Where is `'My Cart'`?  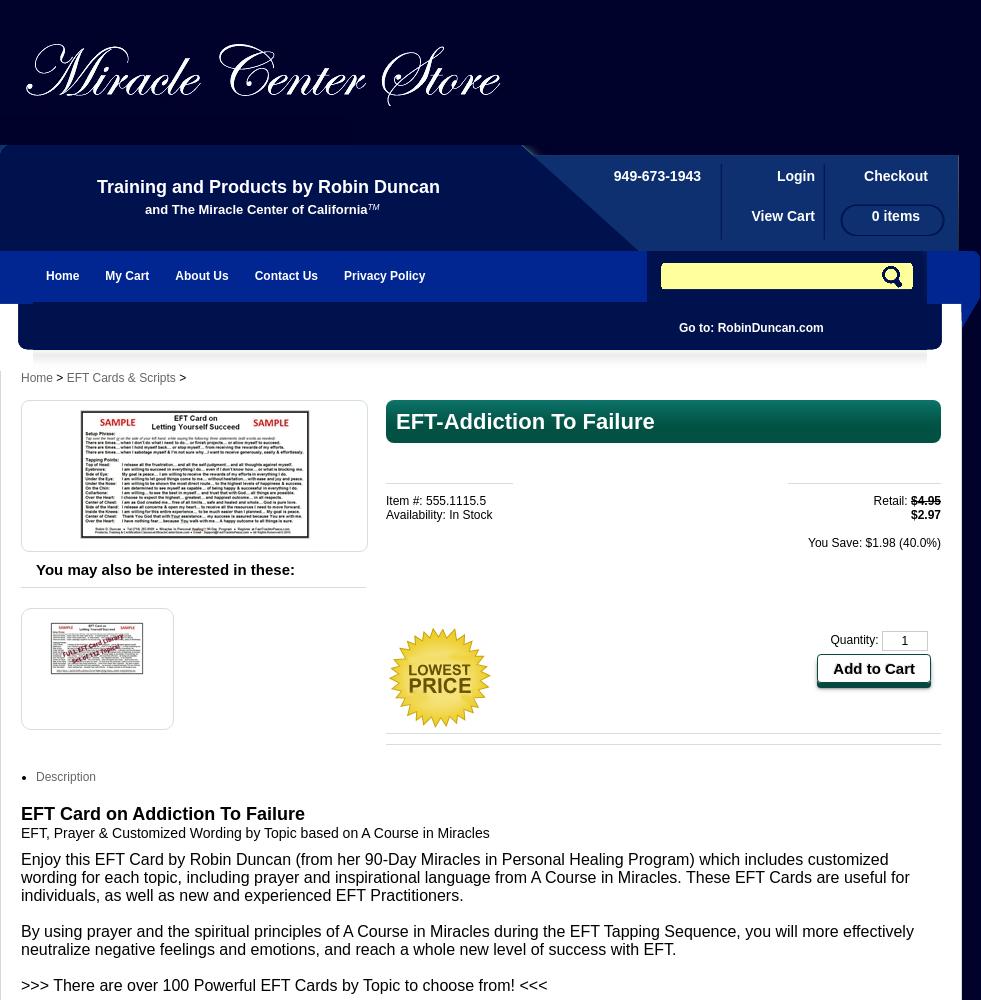
'My Cart' is located at coordinates (126, 276).